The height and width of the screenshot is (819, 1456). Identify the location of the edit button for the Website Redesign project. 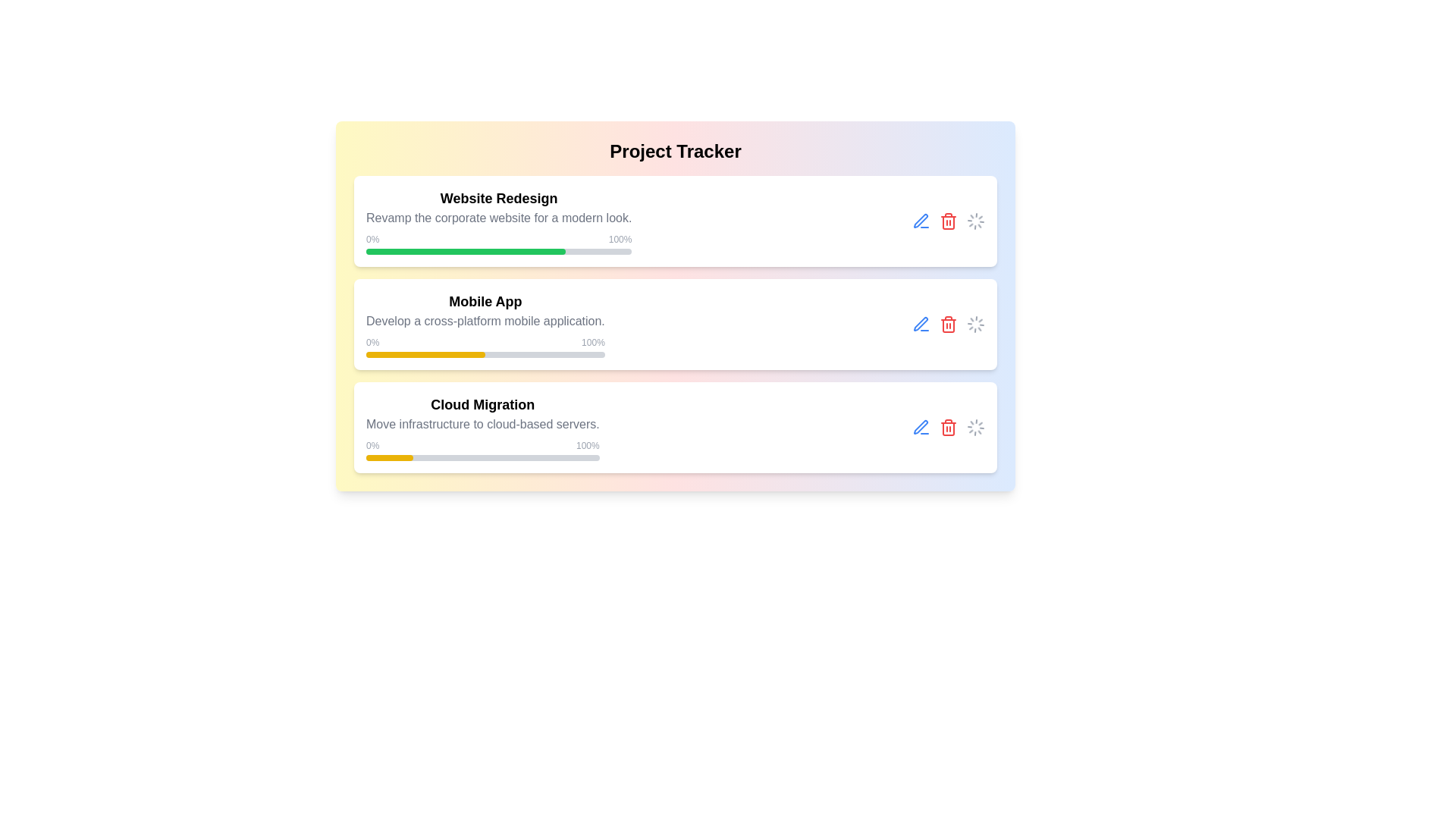
(920, 221).